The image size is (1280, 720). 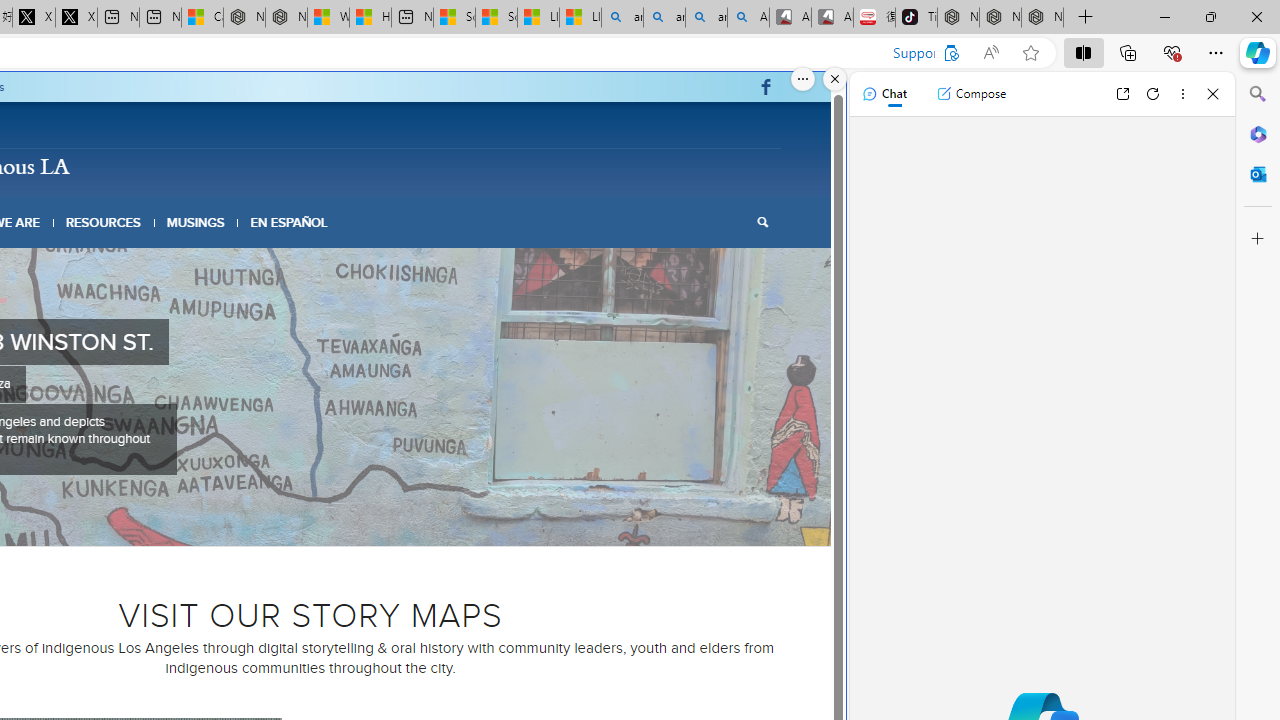 I want to click on 'amazon - Search Images', so click(x=706, y=17).